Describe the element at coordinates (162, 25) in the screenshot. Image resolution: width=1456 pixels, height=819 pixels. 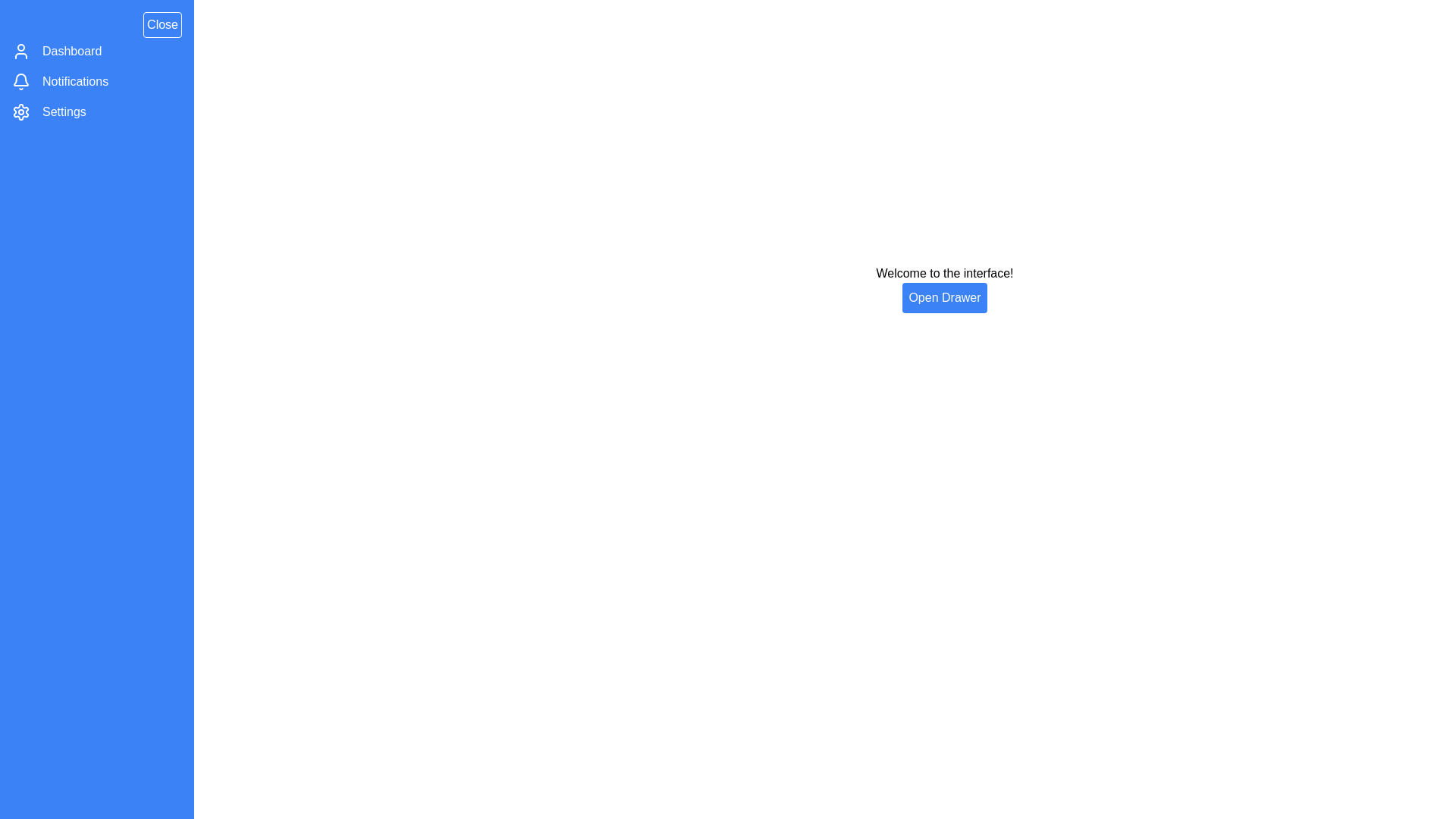
I see `'Close' button to toggle the drawer visibility` at that location.